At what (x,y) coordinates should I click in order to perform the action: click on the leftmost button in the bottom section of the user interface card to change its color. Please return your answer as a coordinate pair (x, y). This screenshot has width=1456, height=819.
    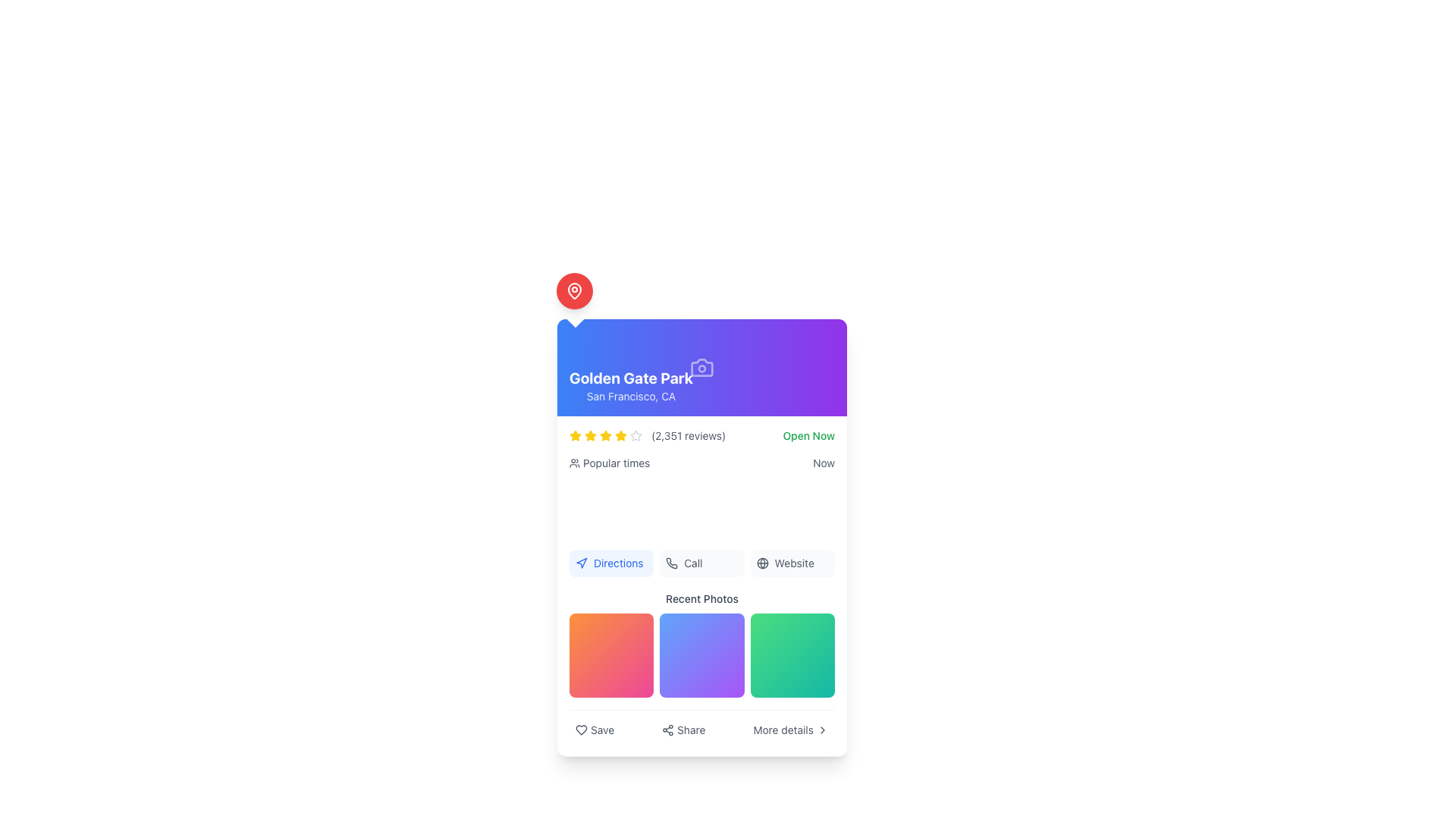
    Looking at the image, I should click on (594, 730).